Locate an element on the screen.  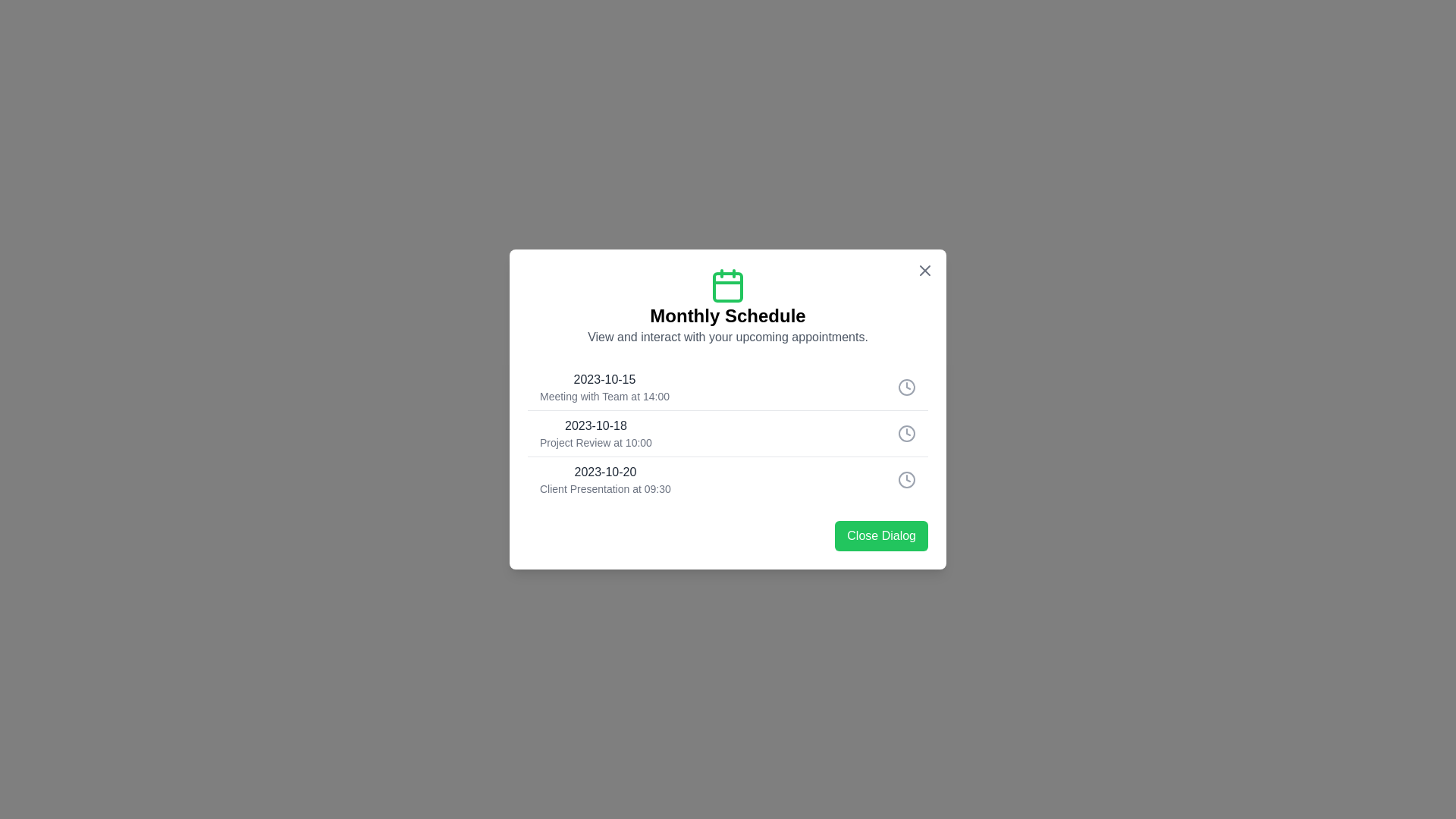
the event corresponding to 2023-10-18 to highlight it is located at coordinates (728, 432).